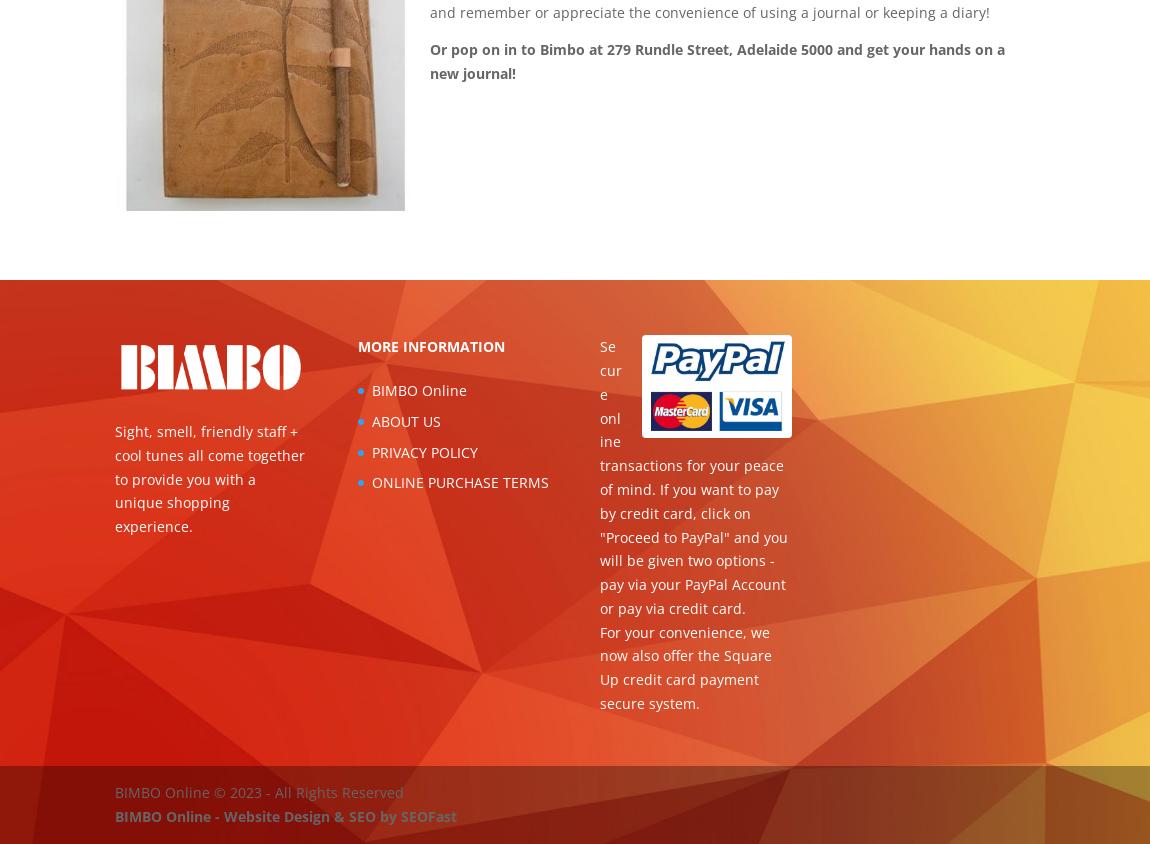  Describe the element at coordinates (424, 450) in the screenshot. I see `'PRIVACY POLICY'` at that location.